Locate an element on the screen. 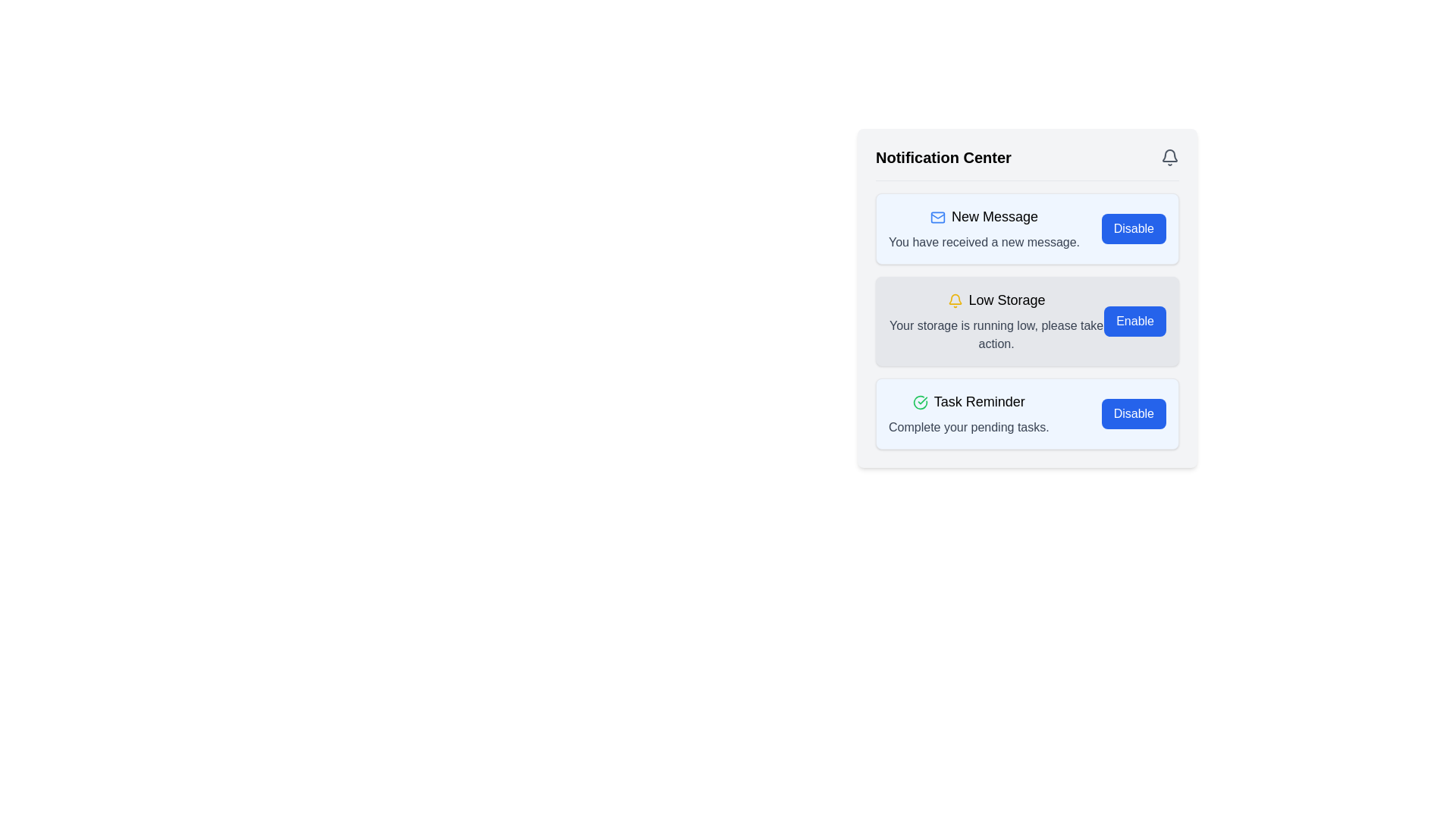 This screenshot has width=1456, height=819. the 'Disable' button, which is a rectangular button with a blue background and bold white text, located in the top section of a notification-like card to observe hover effects is located at coordinates (1134, 228).